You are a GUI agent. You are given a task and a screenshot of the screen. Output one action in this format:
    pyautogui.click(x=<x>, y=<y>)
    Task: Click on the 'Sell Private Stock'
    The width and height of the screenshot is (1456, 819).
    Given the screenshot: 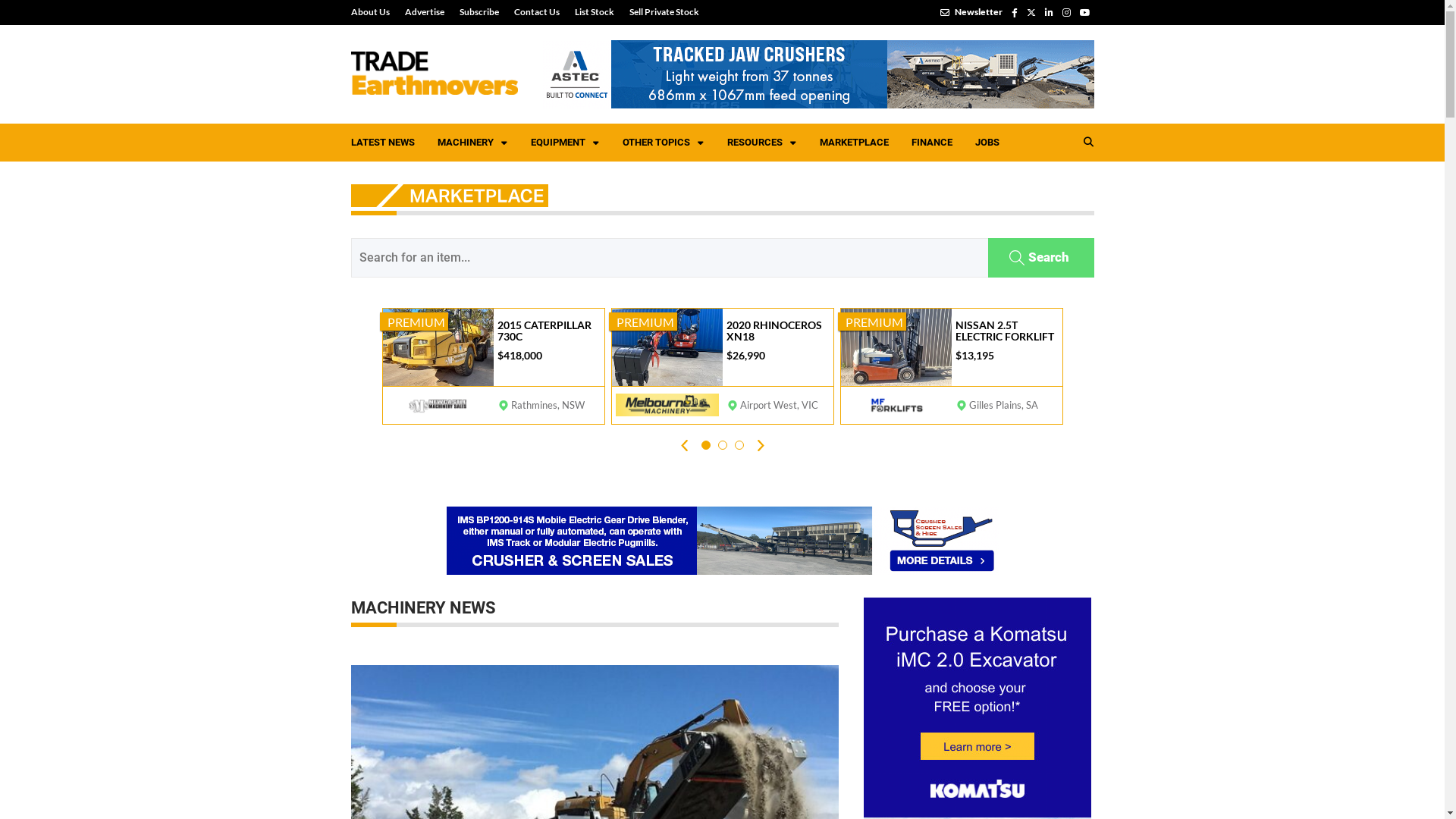 What is the action you would take?
    pyautogui.click(x=660, y=11)
    